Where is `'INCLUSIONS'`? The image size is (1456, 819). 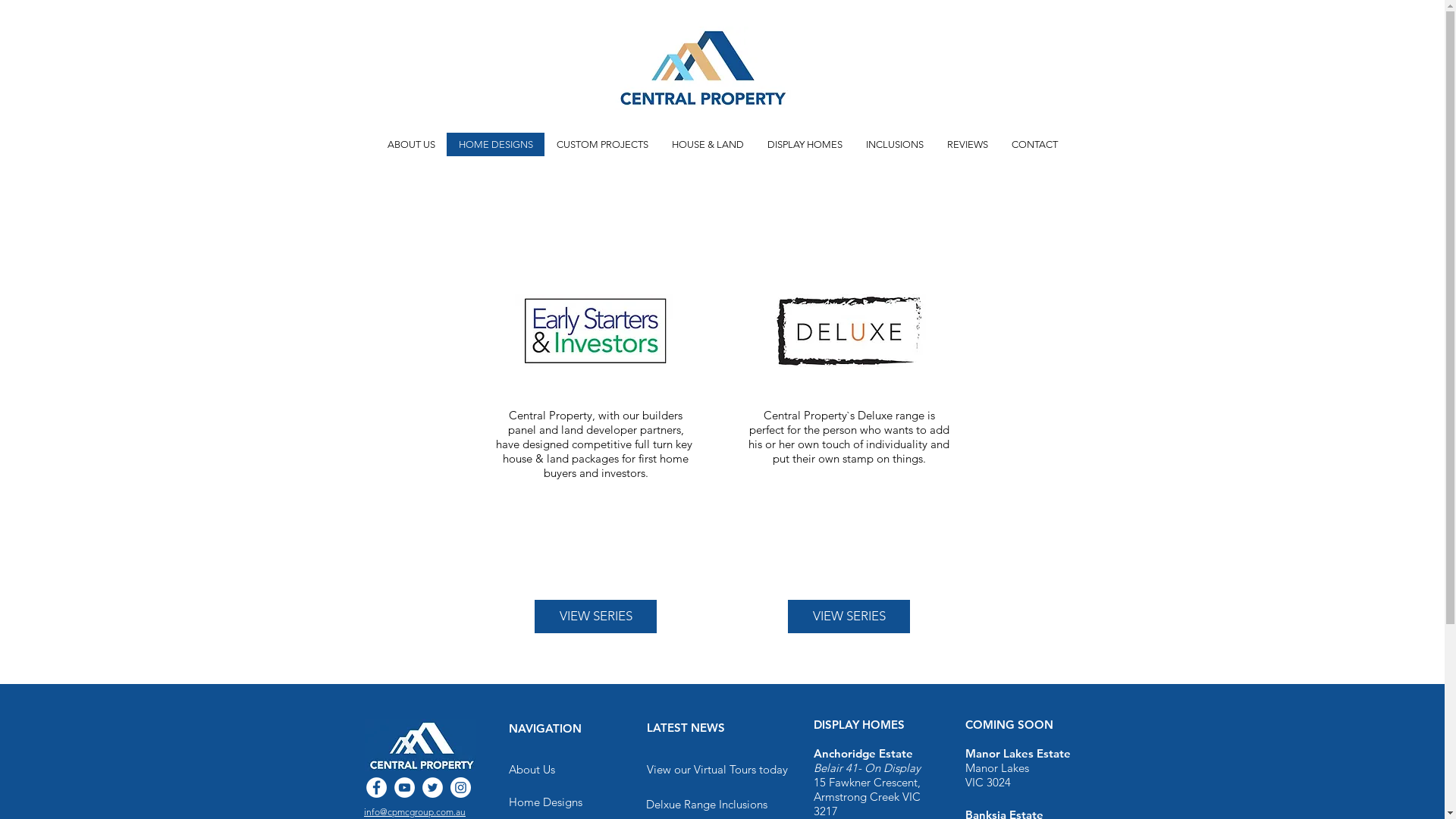 'INCLUSIONS' is located at coordinates (894, 144).